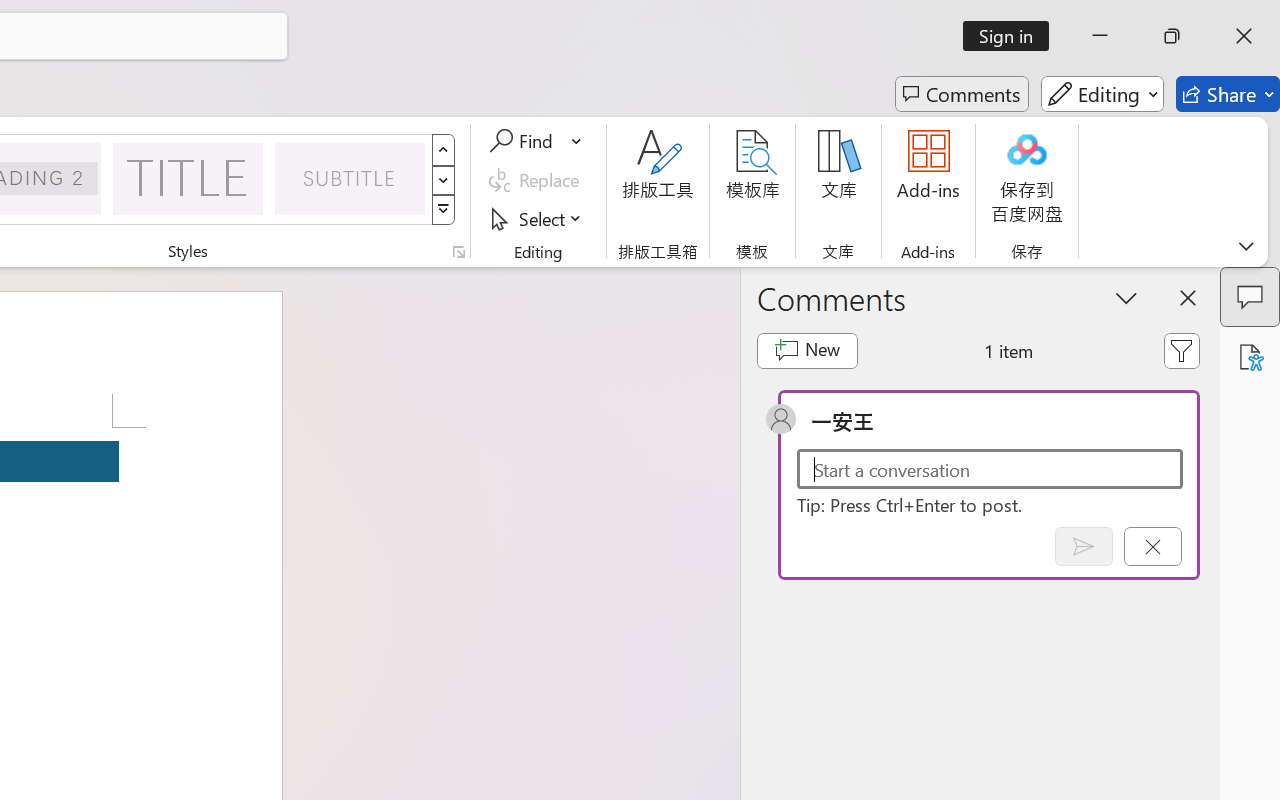 The image size is (1280, 800). What do you see at coordinates (1013, 35) in the screenshot?
I see `'Sign in'` at bounding box center [1013, 35].